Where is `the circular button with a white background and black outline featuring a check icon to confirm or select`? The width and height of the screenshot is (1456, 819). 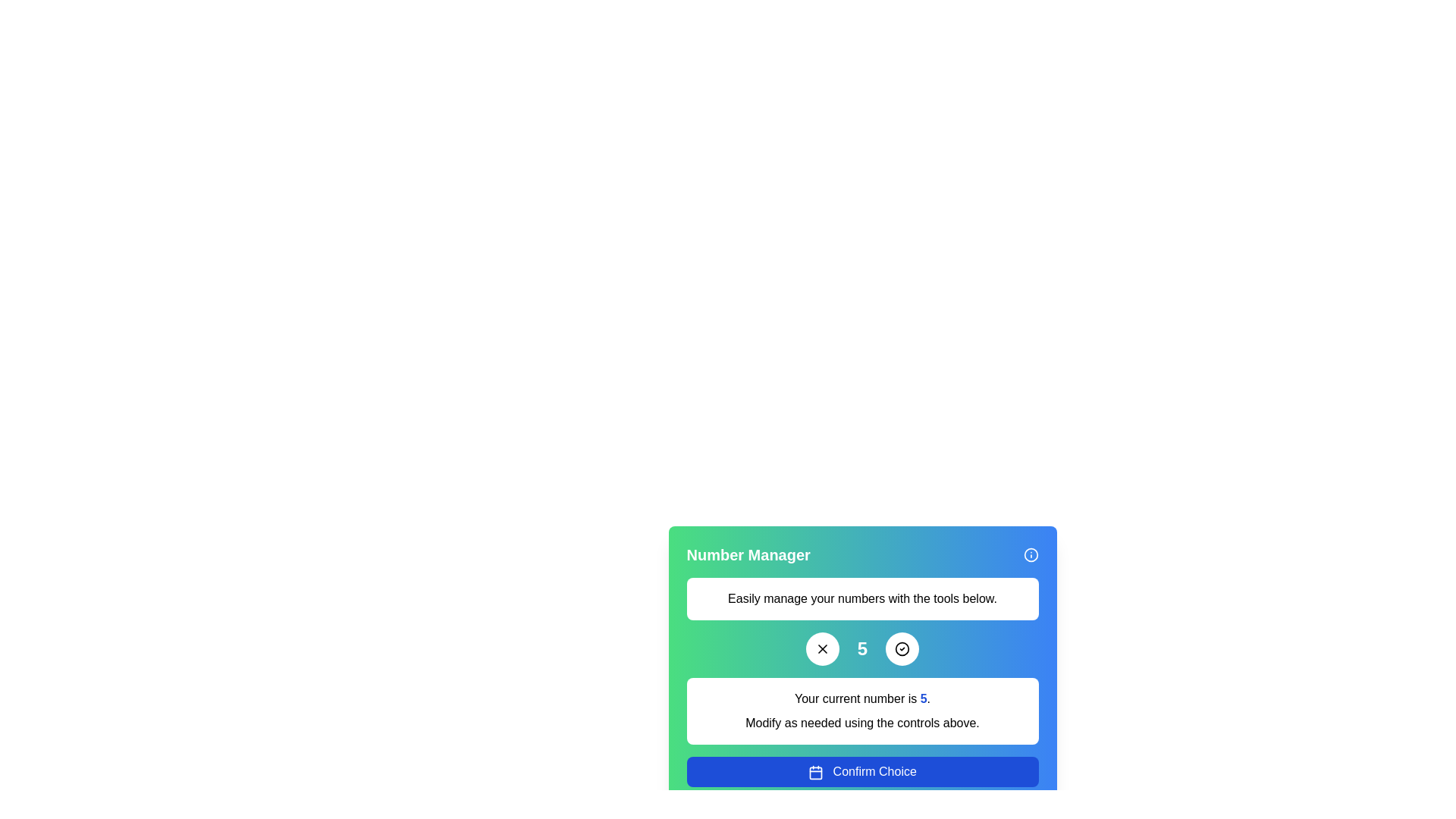
the circular button with a white background and black outline featuring a check icon to confirm or select is located at coordinates (902, 648).